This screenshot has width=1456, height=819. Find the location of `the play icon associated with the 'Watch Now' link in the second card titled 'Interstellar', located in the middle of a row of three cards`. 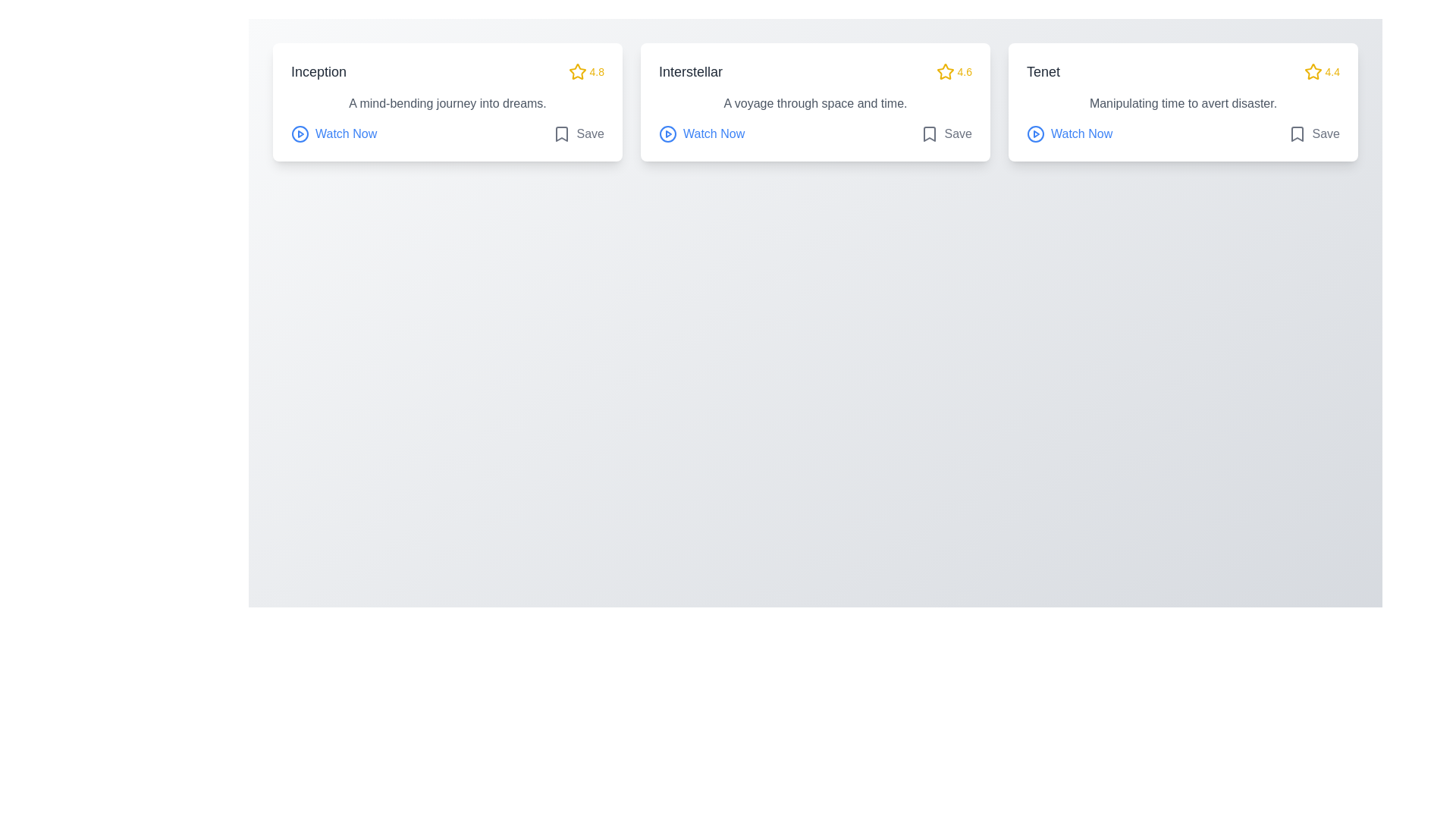

the play icon associated with the 'Watch Now' link in the second card titled 'Interstellar', located in the middle of a row of three cards is located at coordinates (667, 133).